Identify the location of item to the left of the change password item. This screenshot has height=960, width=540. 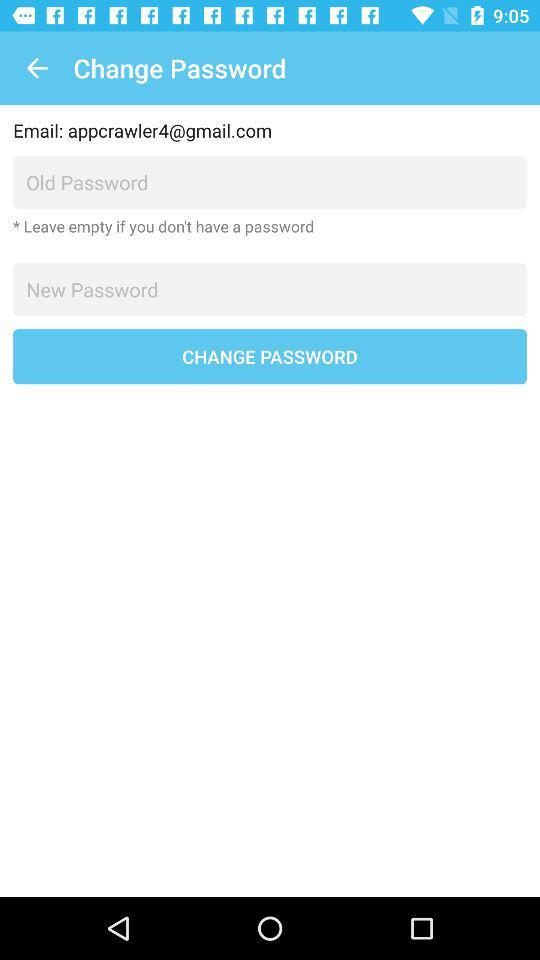
(36, 68).